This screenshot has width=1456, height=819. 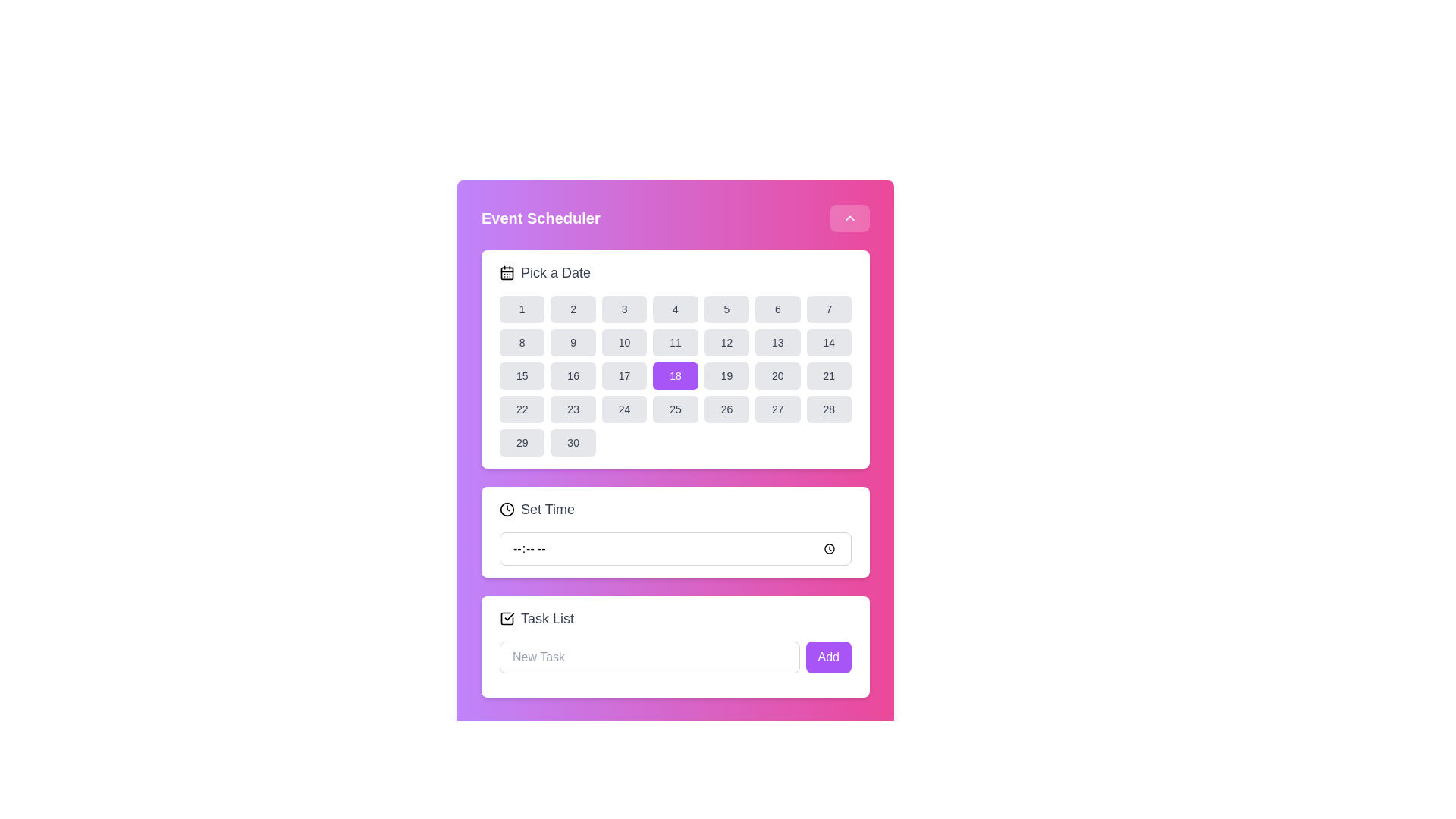 I want to click on the rounded rectangle input field for time input located in the 'Set Time' section by tabbing to it, so click(x=675, y=549).